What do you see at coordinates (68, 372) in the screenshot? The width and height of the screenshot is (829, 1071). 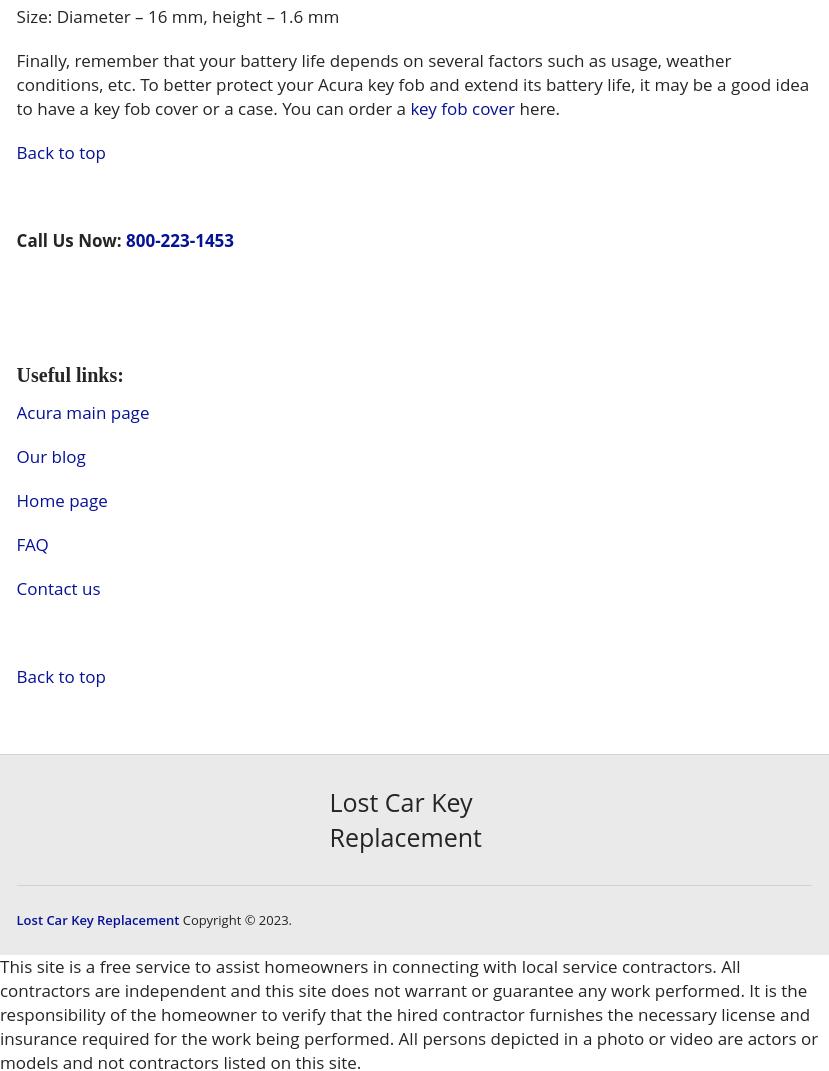 I see `'Useful links:'` at bounding box center [68, 372].